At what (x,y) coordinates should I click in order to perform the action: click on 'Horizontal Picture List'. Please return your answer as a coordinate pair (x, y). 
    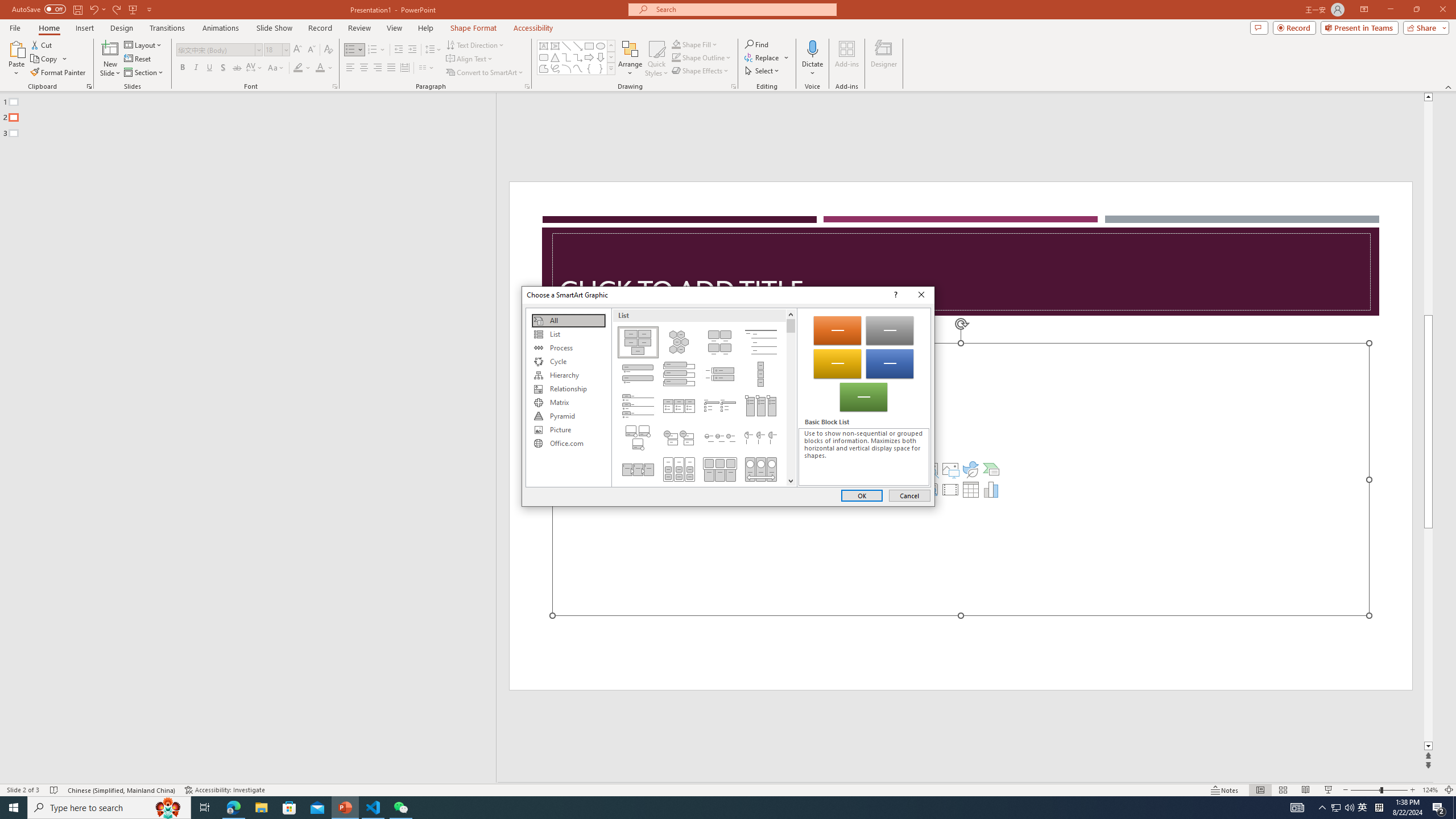
    Looking at the image, I should click on (719, 469).